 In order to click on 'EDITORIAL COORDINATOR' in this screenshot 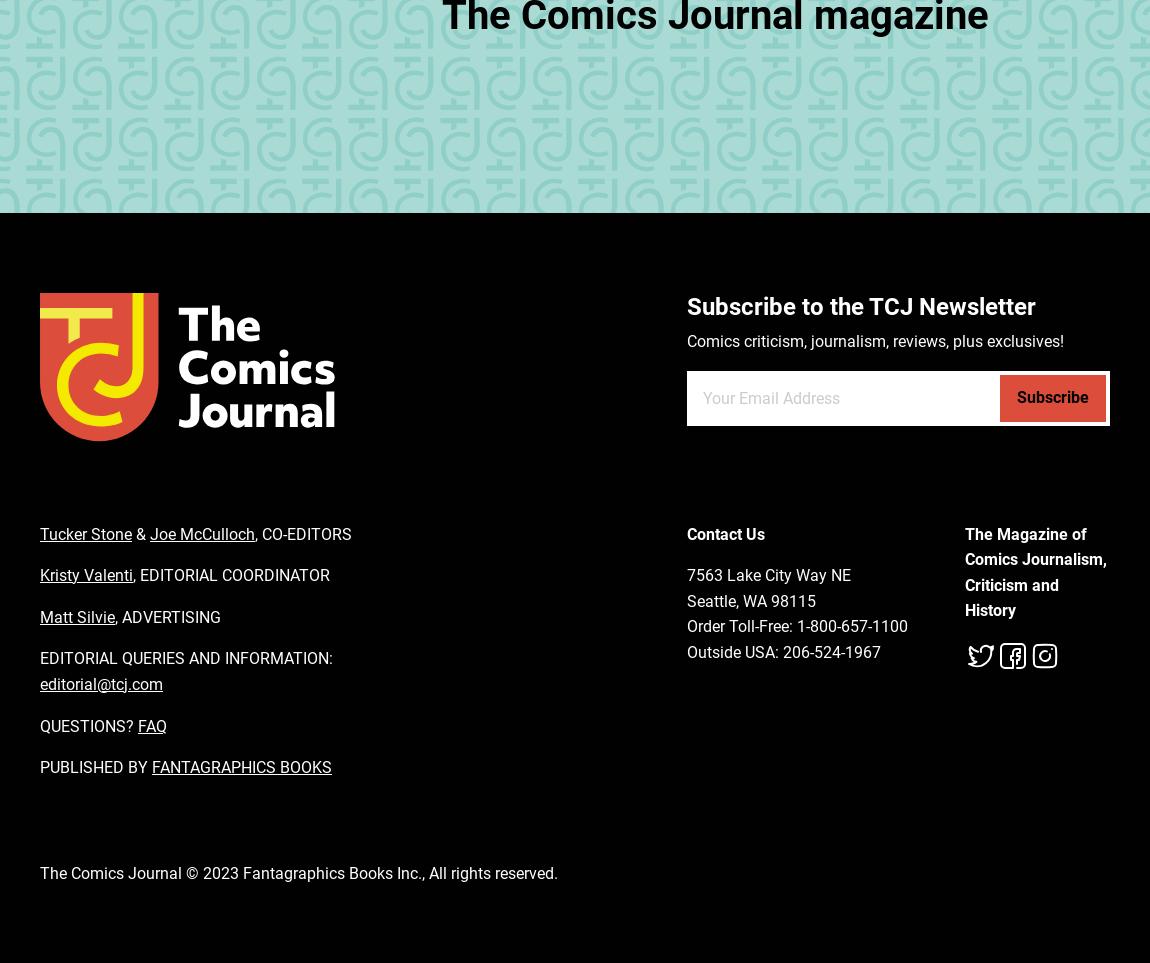, I will do `click(233, 575)`.